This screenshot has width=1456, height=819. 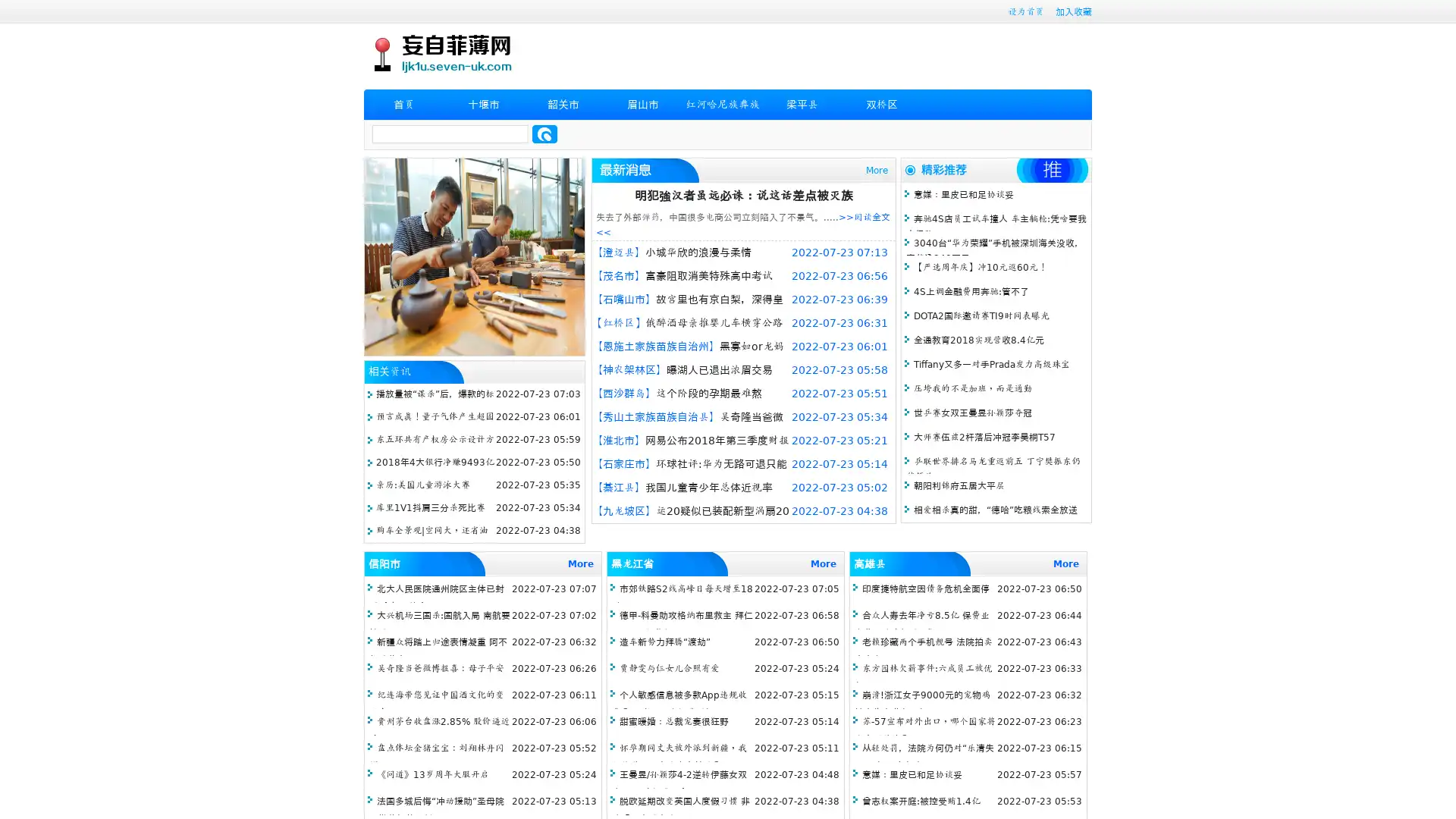 I want to click on Search, so click(x=544, y=133).